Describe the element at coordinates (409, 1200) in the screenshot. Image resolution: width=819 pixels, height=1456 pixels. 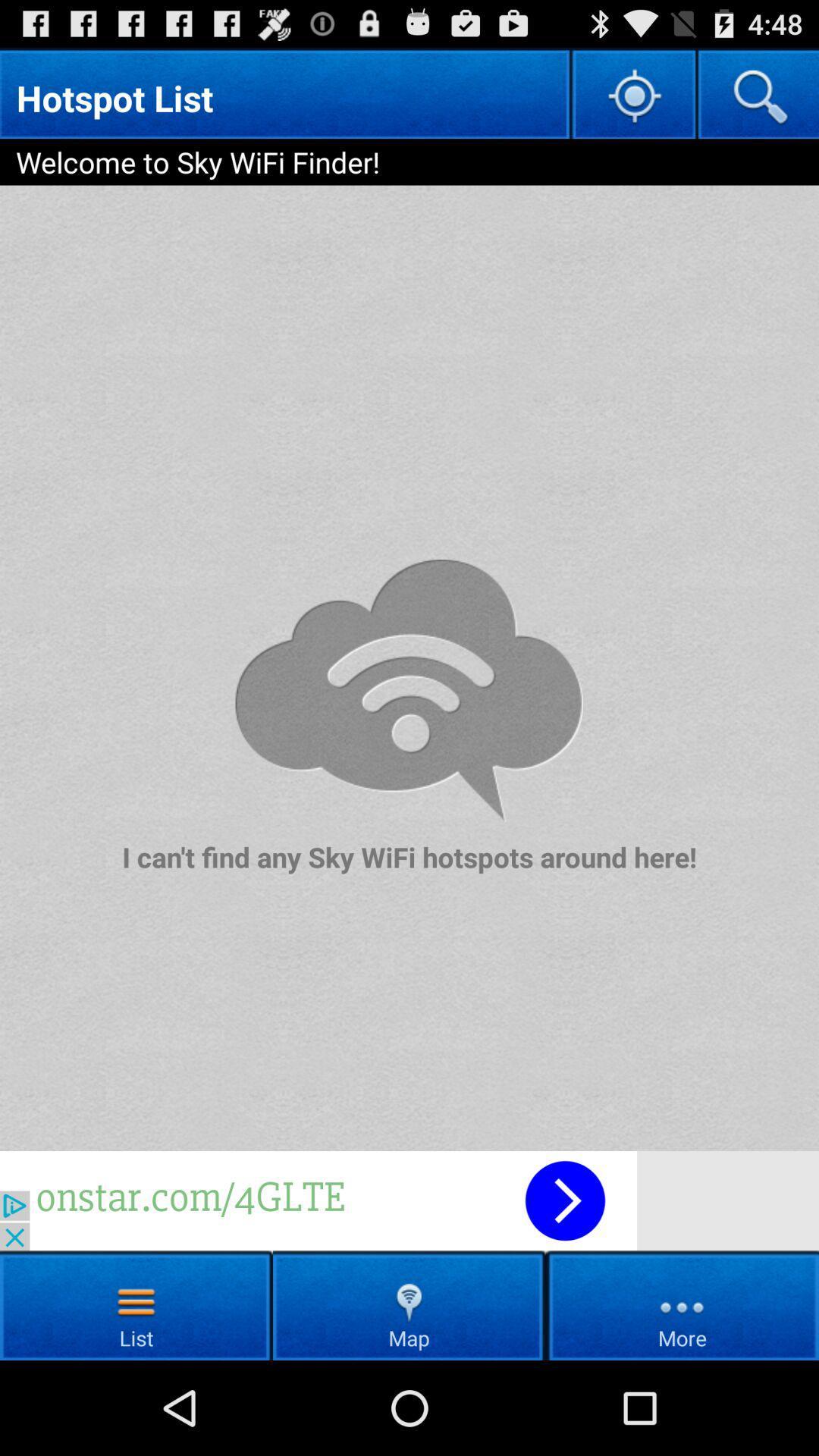
I see `open advertisement` at that location.